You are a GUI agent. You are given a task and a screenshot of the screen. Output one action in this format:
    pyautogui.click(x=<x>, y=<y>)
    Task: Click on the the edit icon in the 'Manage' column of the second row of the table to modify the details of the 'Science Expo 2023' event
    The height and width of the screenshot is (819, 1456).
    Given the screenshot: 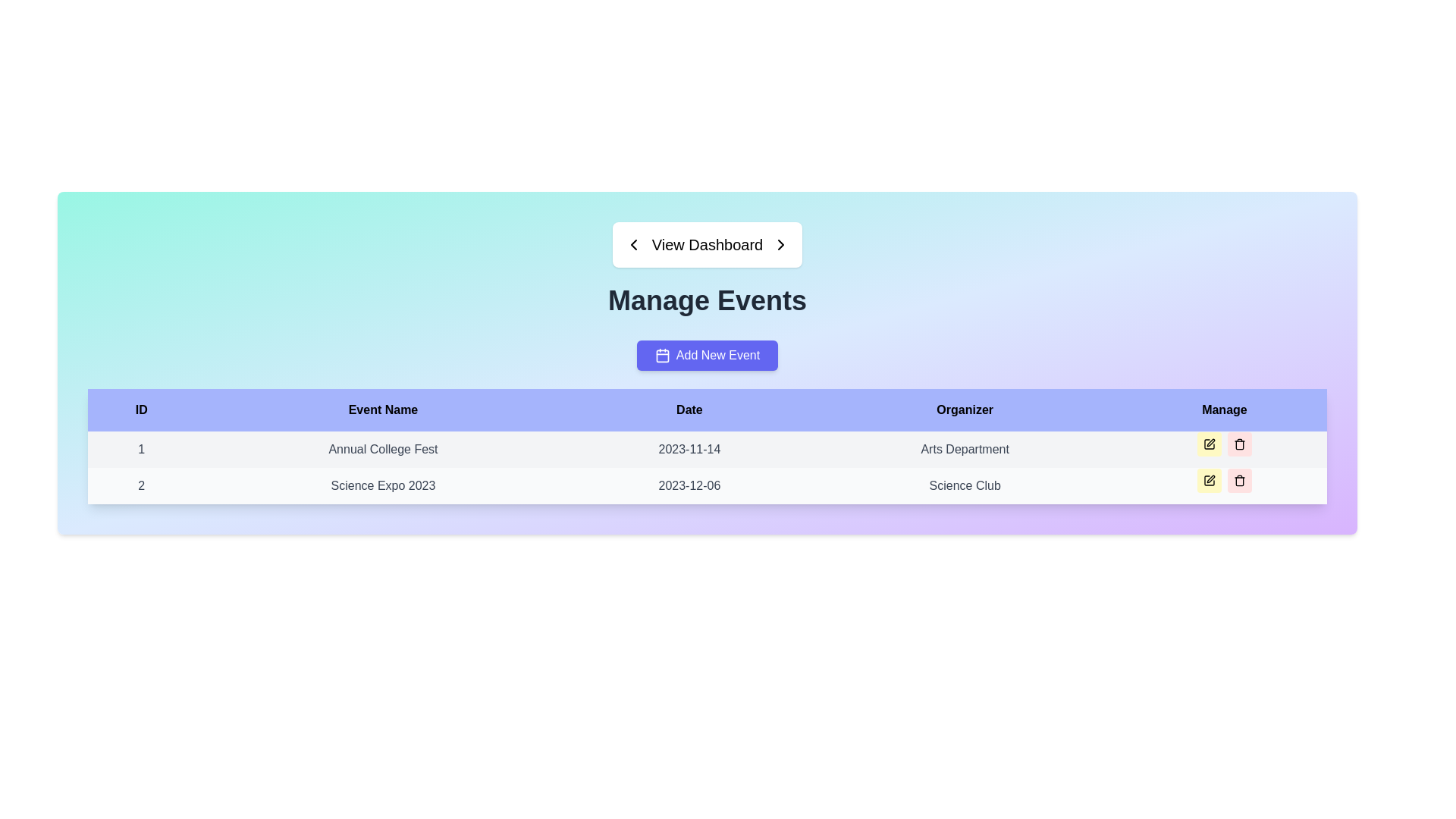 What is the action you would take?
    pyautogui.click(x=1210, y=479)
    